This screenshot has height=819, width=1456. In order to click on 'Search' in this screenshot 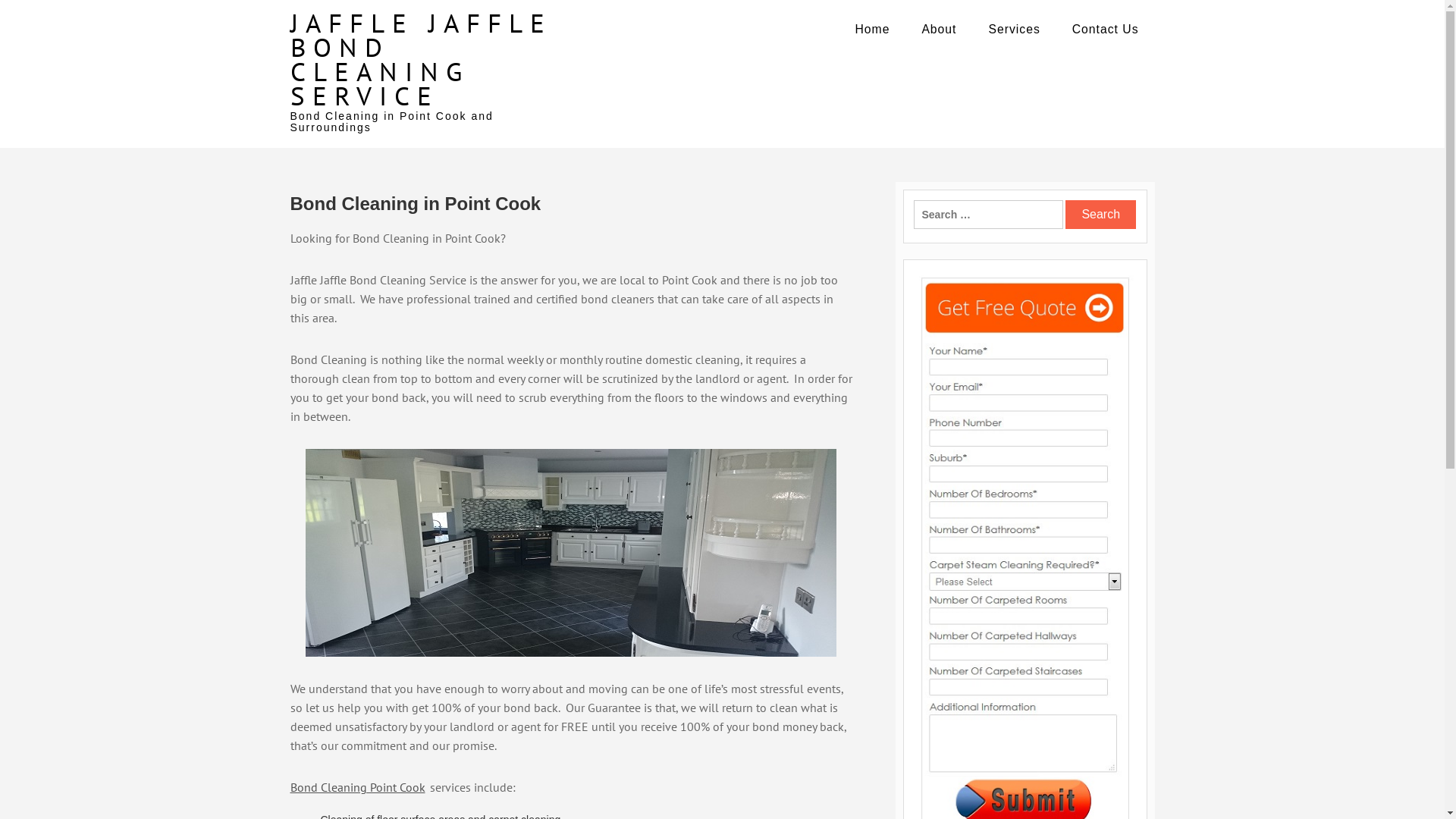, I will do `click(1100, 214)`.